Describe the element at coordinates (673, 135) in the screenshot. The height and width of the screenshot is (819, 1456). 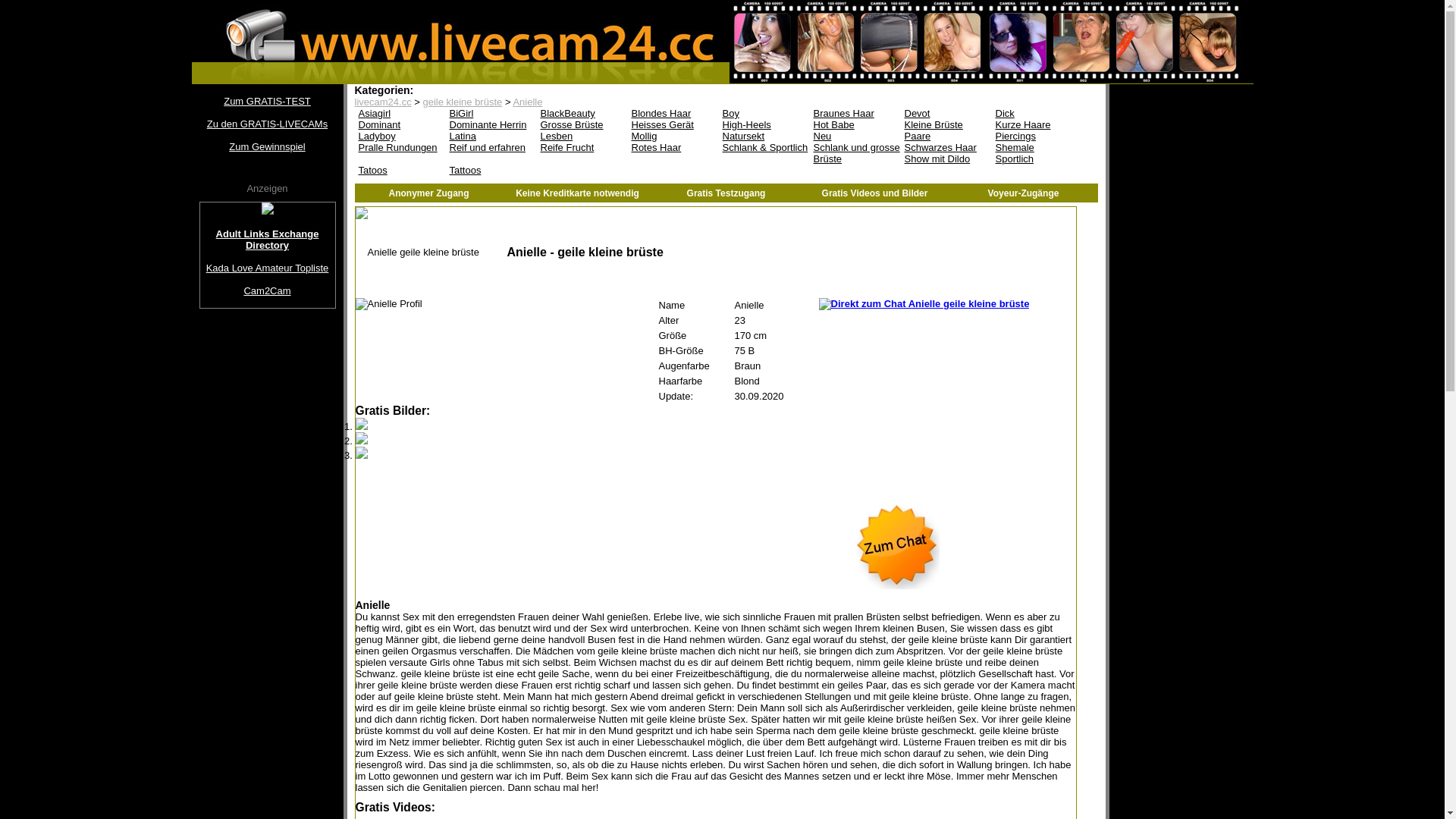
I see `'Mollig'` at that location.